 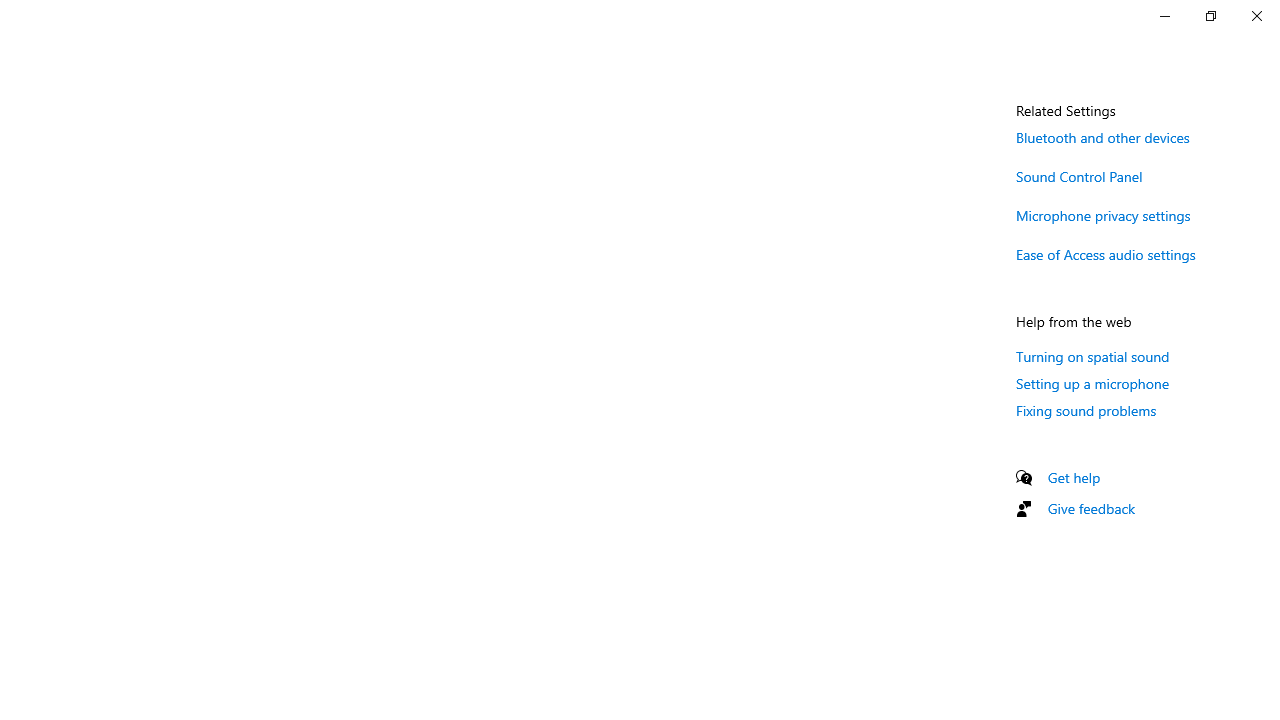 I want to click on 'Fixing sound problems', so click(x=1085, y=409).